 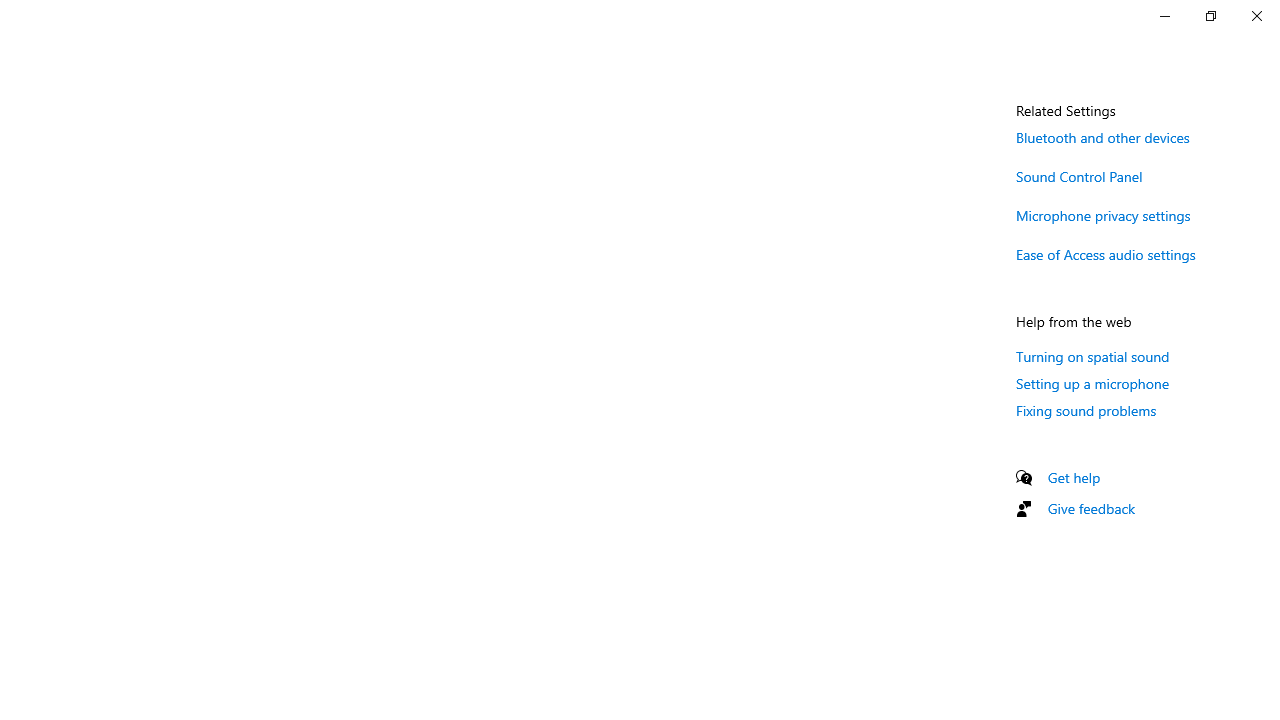 I want to click on 'Fixing sound problems', so click(x=1085, y=409).